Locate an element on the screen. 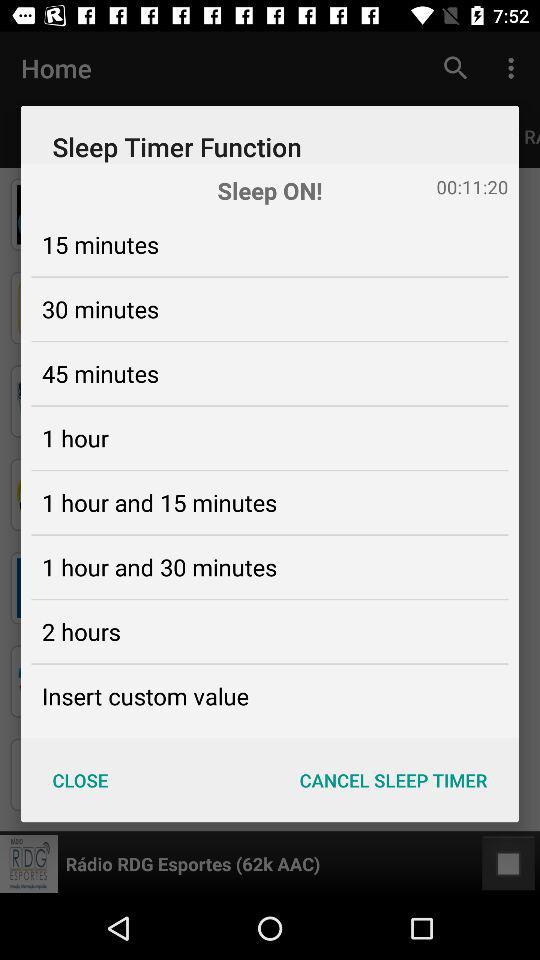 This screenshot has width=540, height=960. item below the insert custom value icon is located at coordinates (79, 779).